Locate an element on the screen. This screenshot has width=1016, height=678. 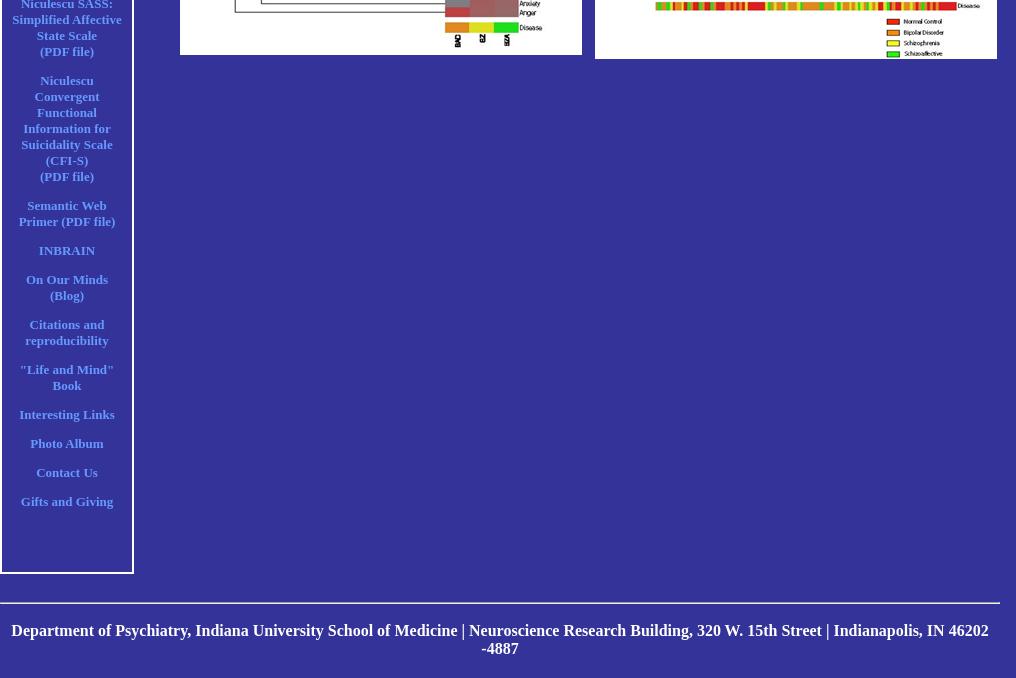
'Niculescu Convergent Functional Information for Suicidality Scale (CFI-S)' is located at coordinates (66, 119).